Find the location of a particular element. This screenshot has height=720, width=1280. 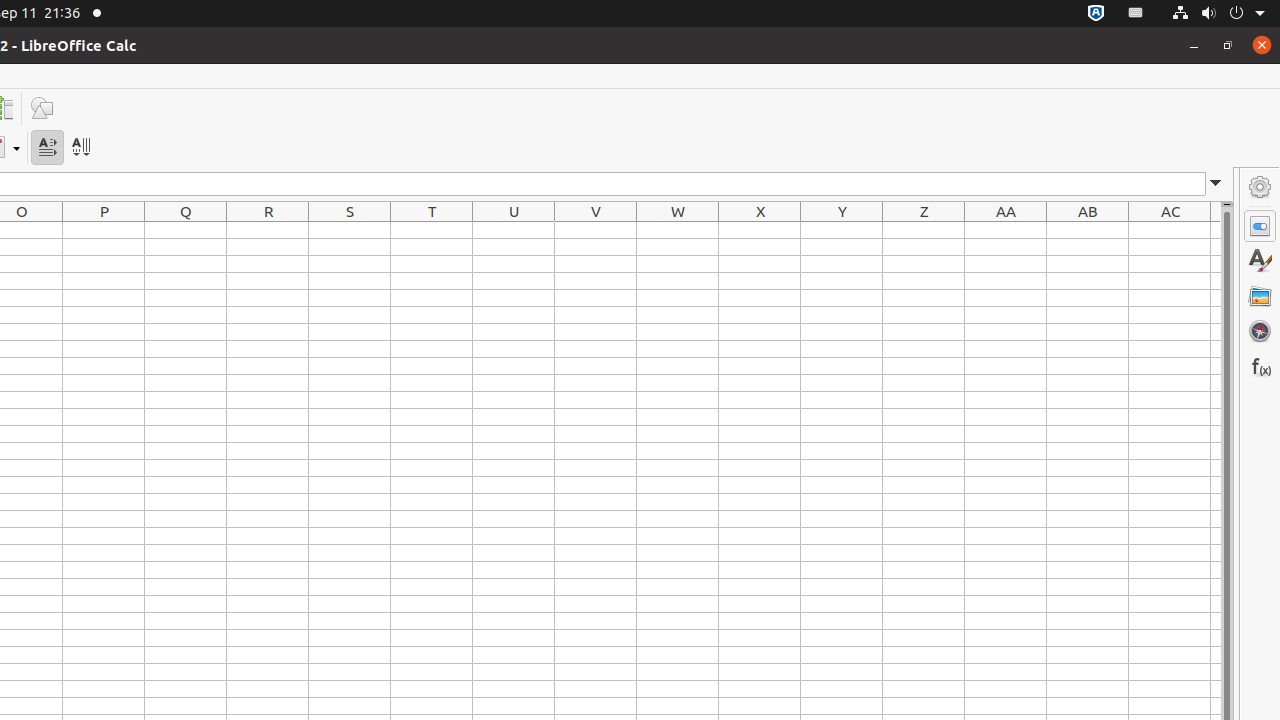

'P1' is located at coordinates (103, 229).